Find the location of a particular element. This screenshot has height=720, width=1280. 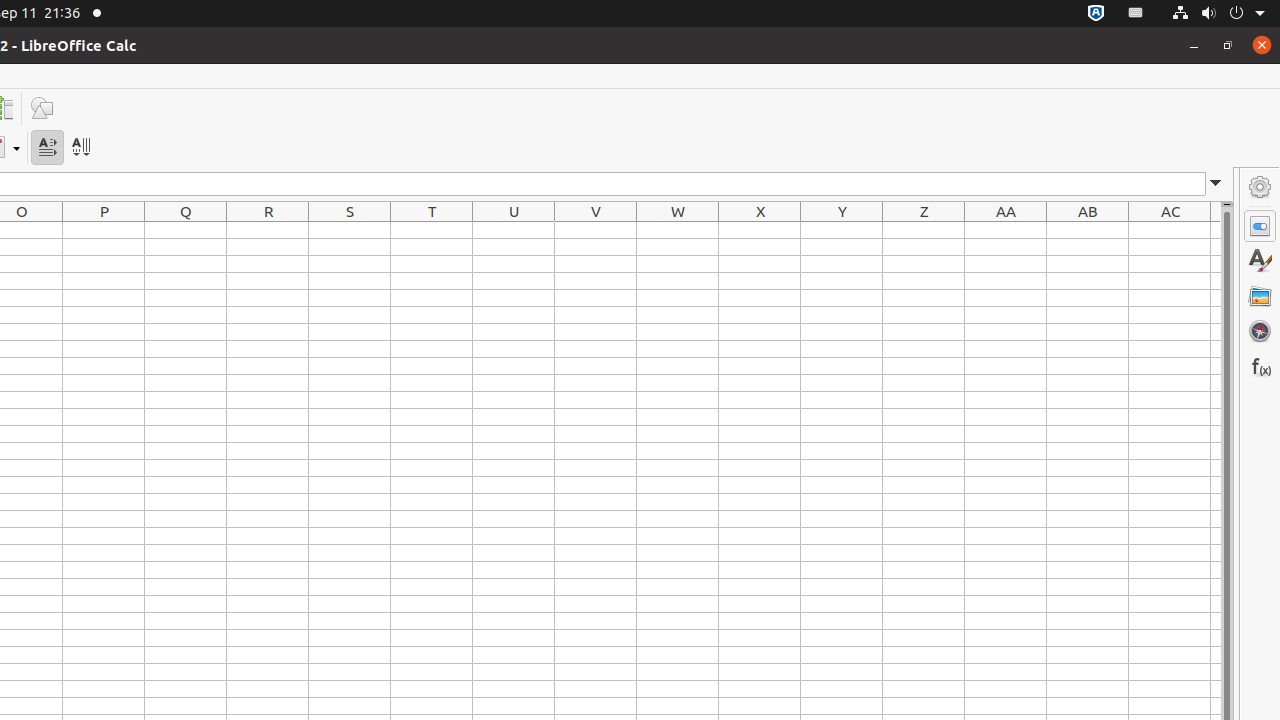

'P1' is located at coordinates (103, 229).